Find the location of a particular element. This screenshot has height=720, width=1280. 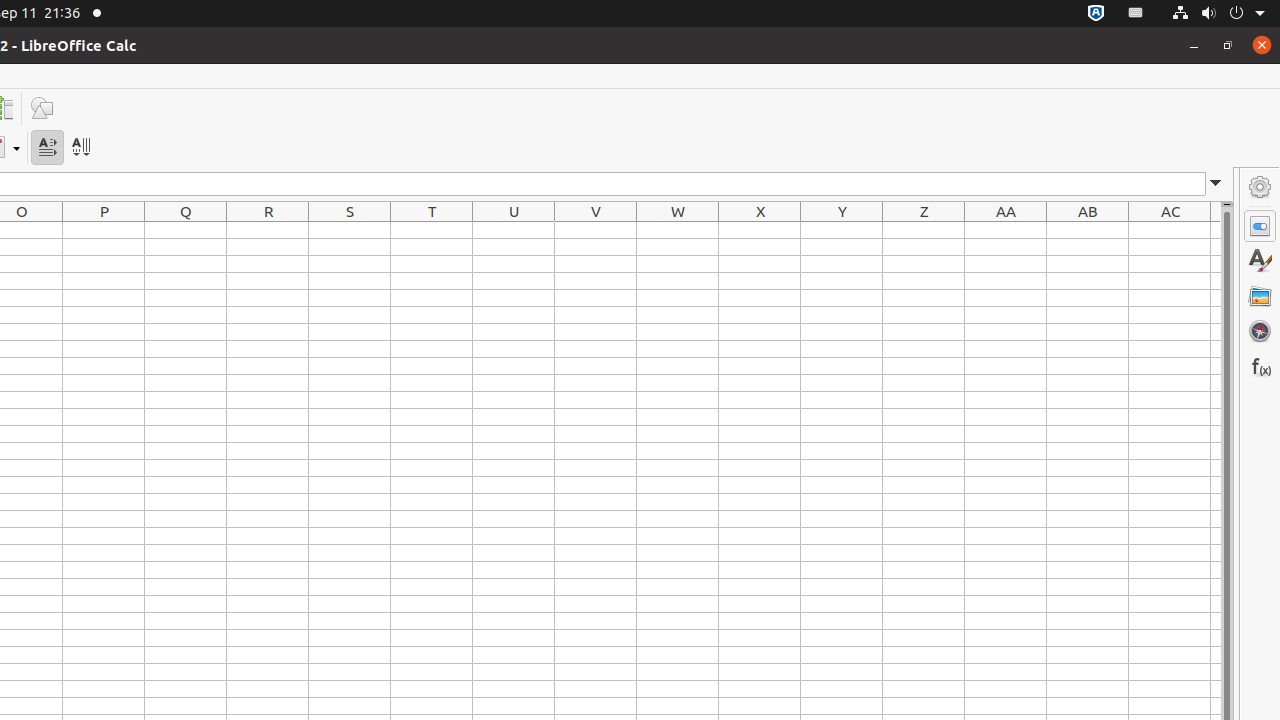

'P1' is located at coordinates (103, 229).